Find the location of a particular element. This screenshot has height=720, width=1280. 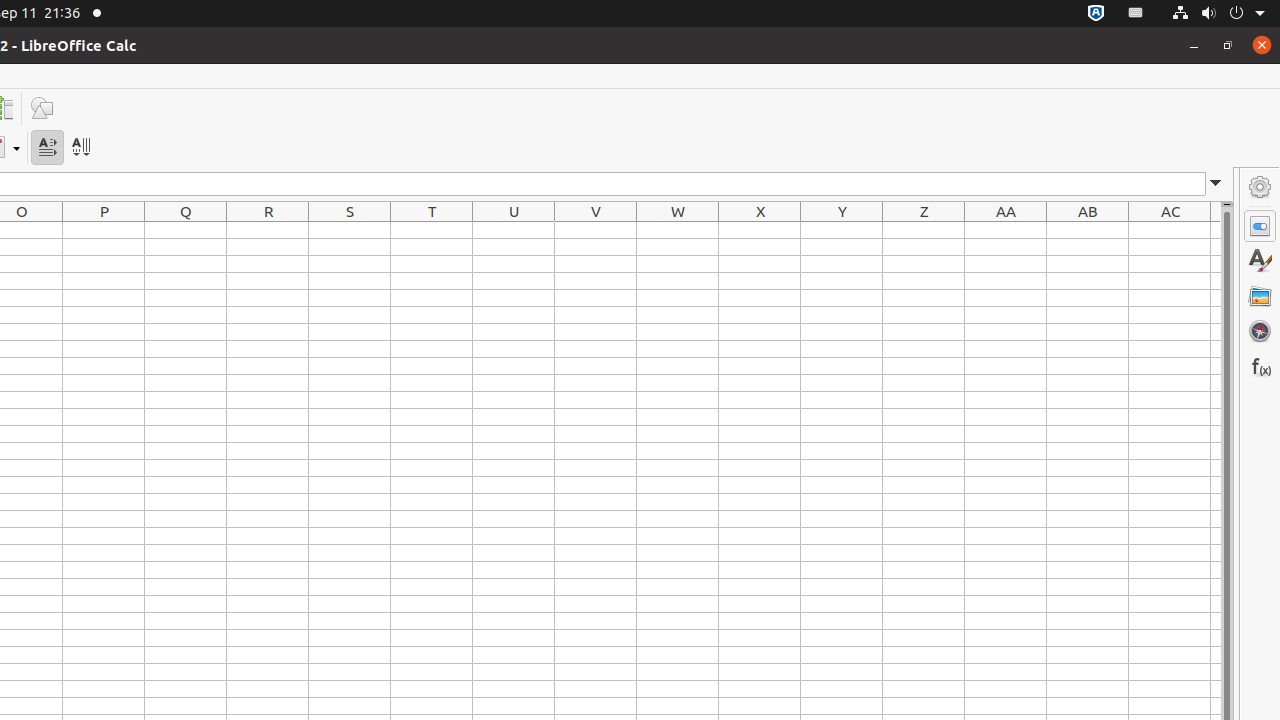

'P1' is located at coordinates (103, 229).